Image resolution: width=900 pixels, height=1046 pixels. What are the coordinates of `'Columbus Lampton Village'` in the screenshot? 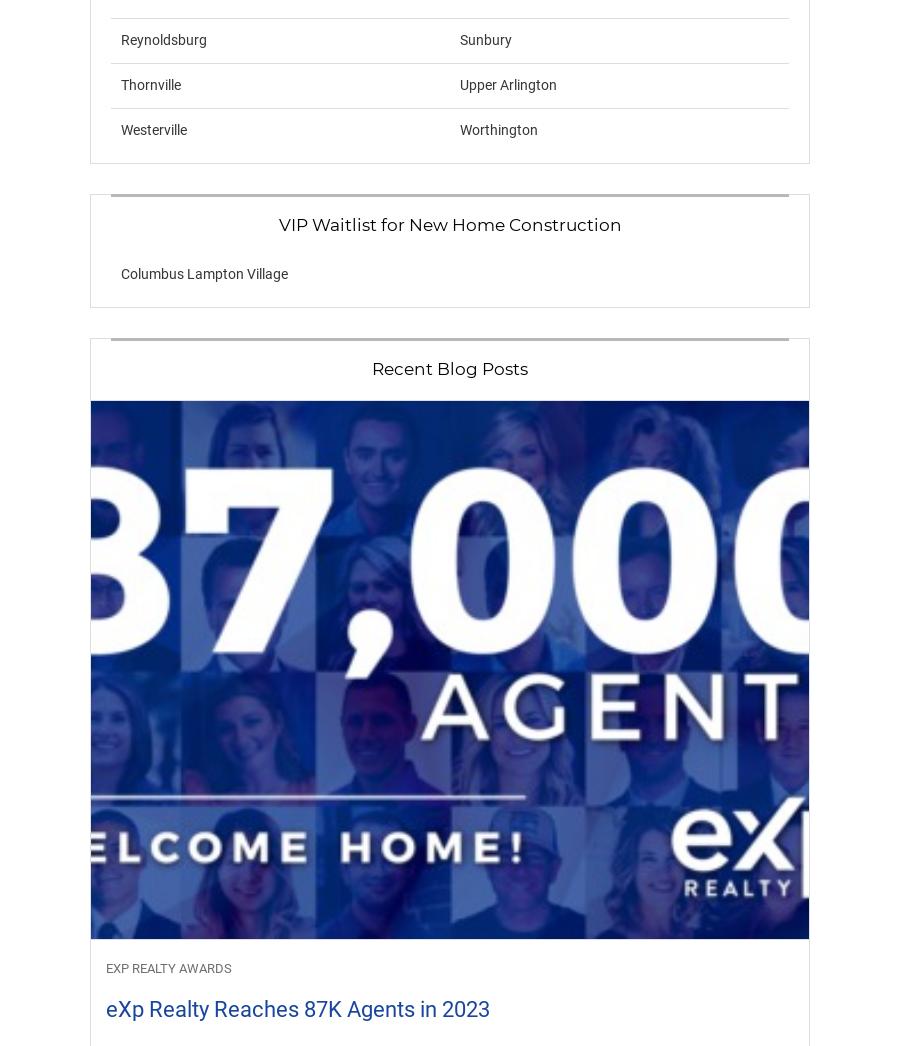 It's located at (120, 274).